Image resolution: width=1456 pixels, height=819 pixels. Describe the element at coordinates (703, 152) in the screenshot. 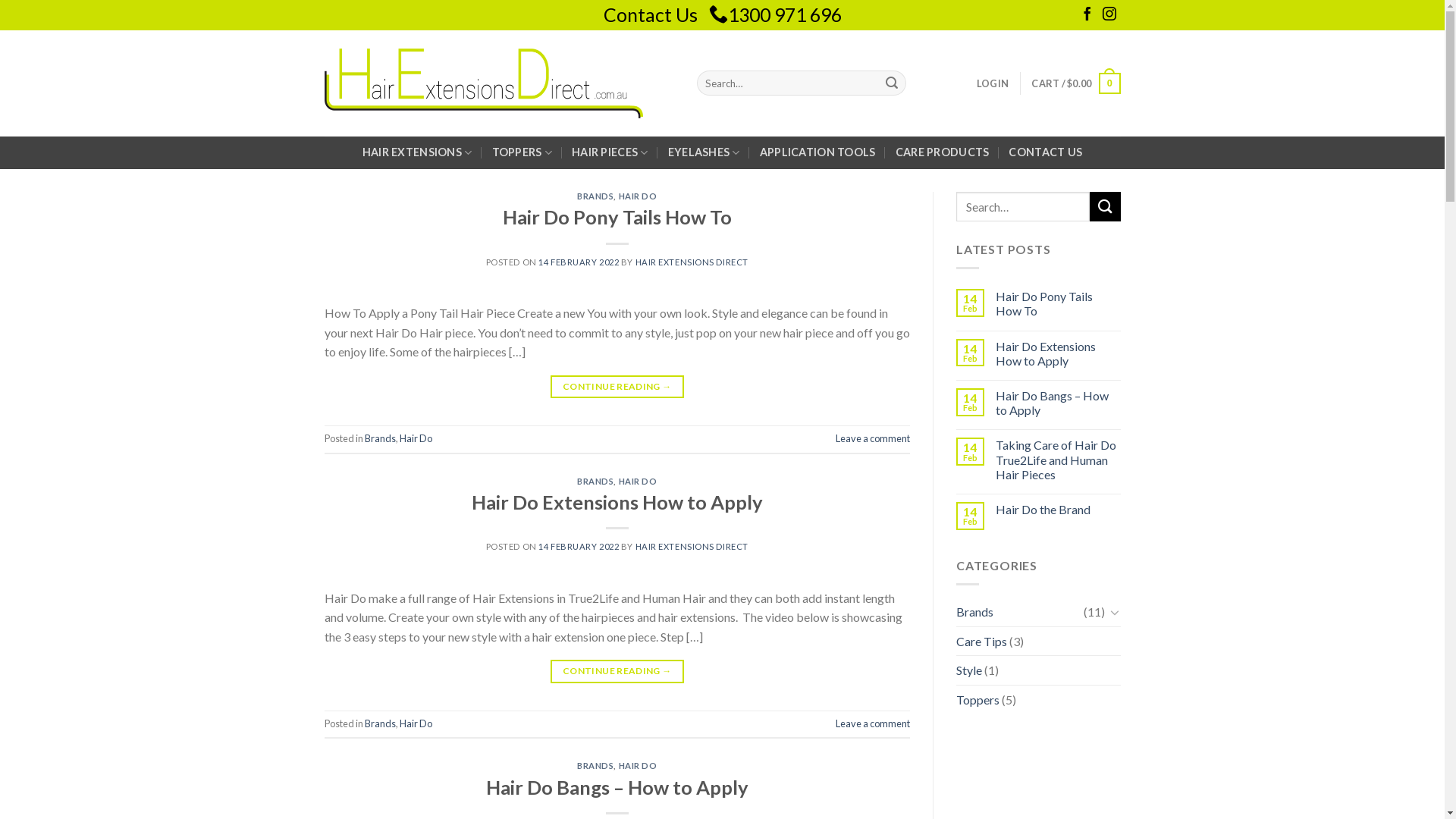

I see `'EYELASHES'` at that location.